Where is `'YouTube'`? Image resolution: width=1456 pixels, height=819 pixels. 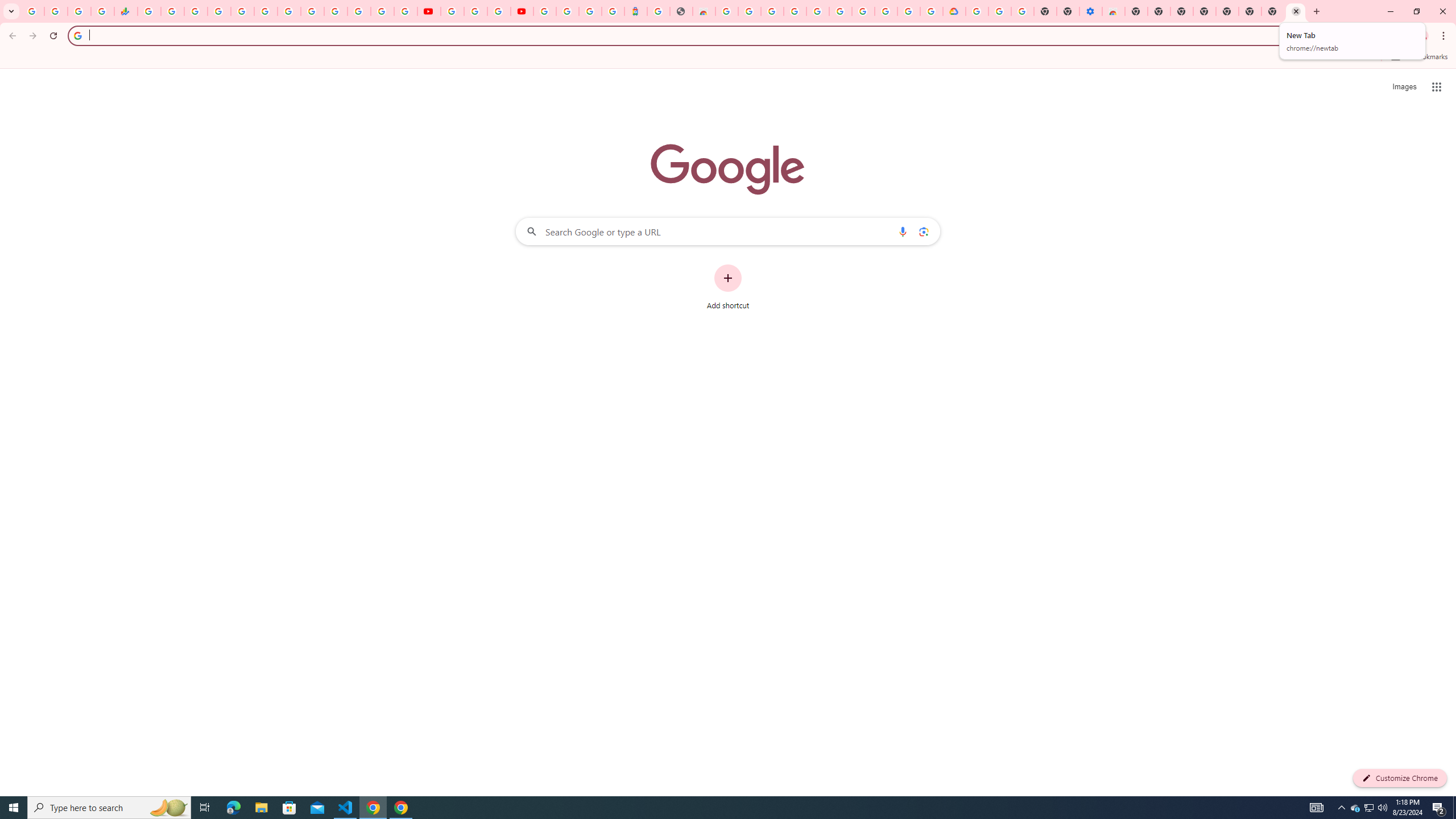 'YouTube' is located at coordinates (428, 11).